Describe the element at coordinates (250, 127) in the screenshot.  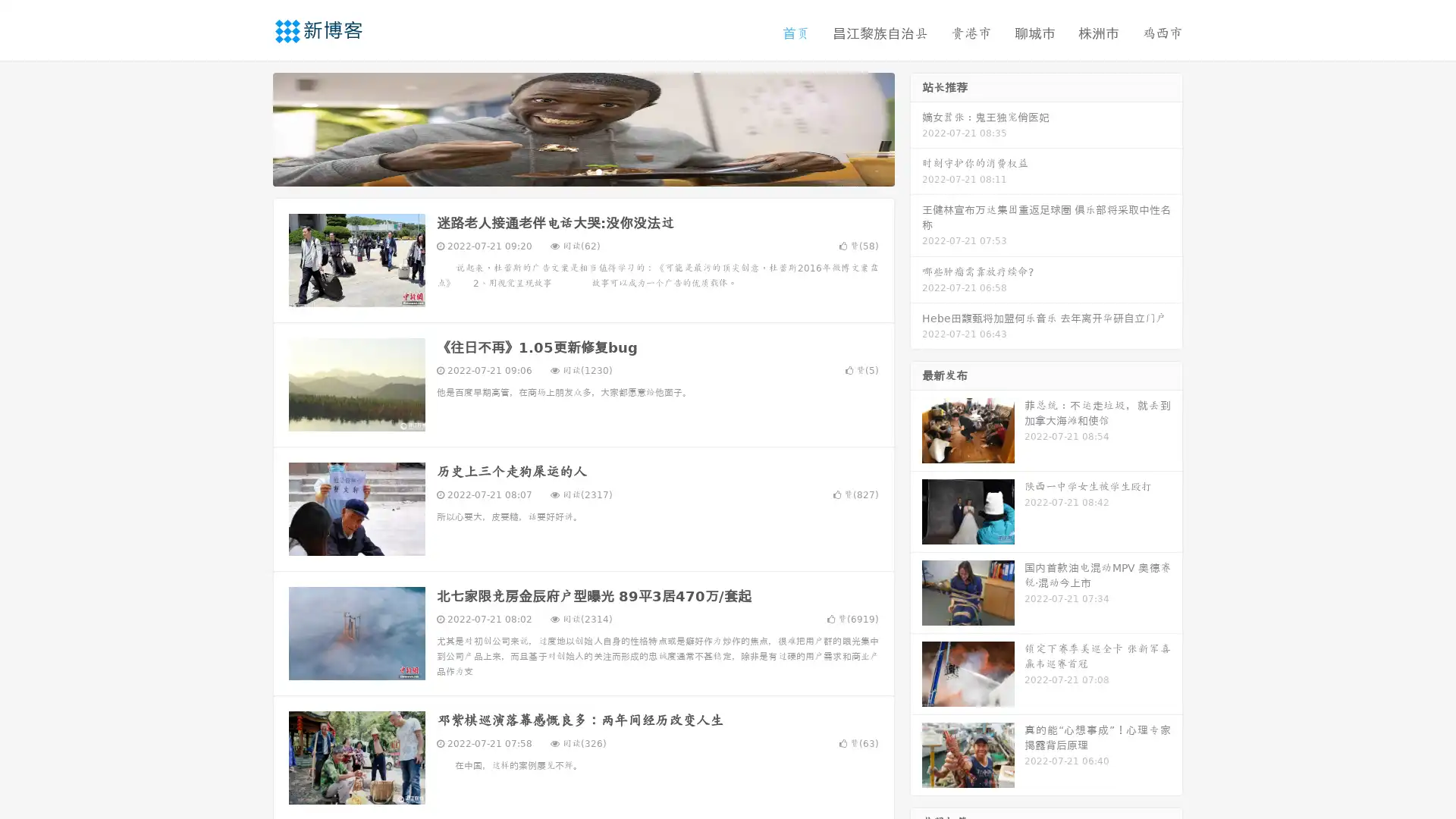
I see `Previous slide` at that location.